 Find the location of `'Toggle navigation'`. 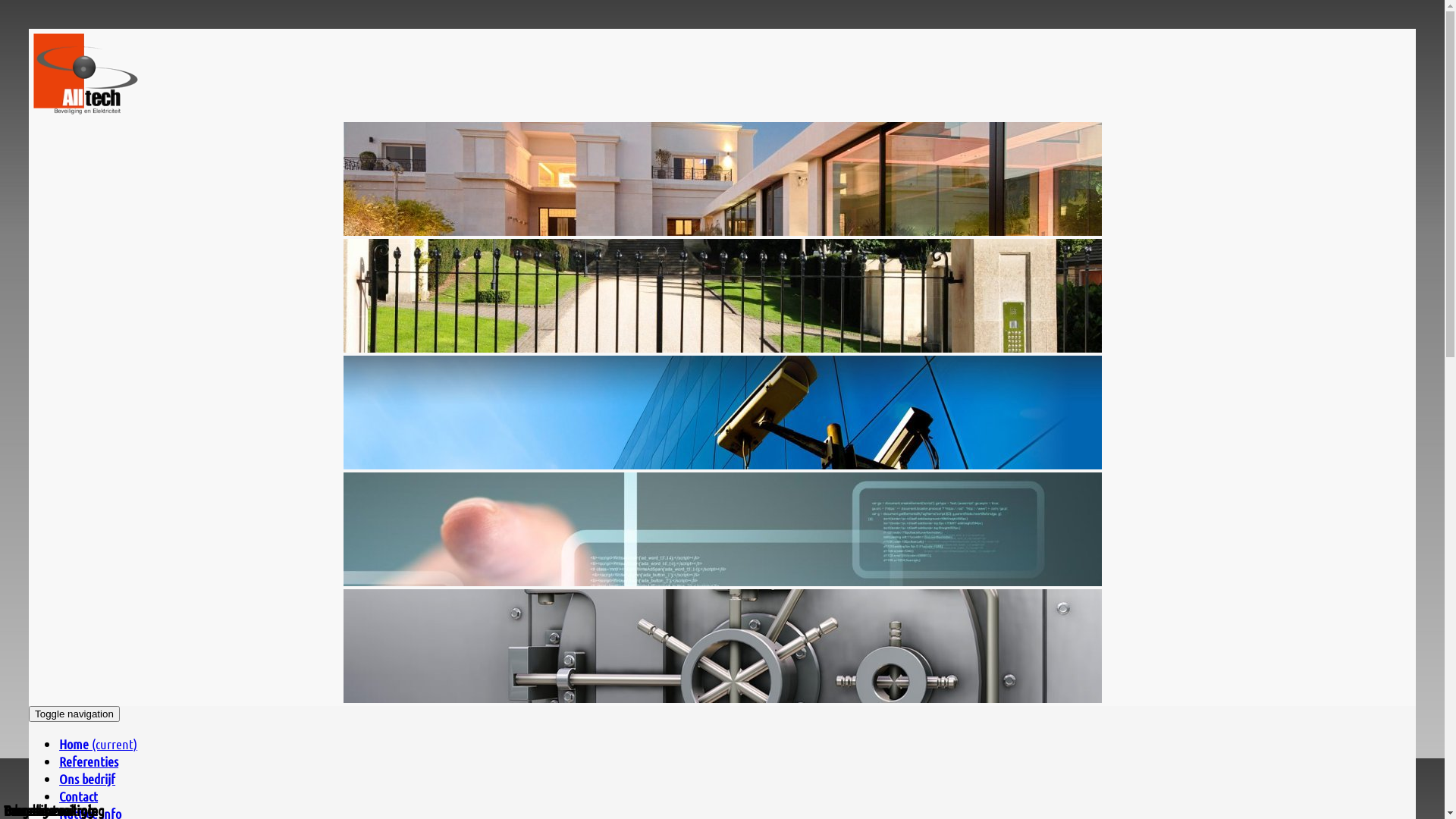

'Toggle navigation' is located at coordinates (73, 714).